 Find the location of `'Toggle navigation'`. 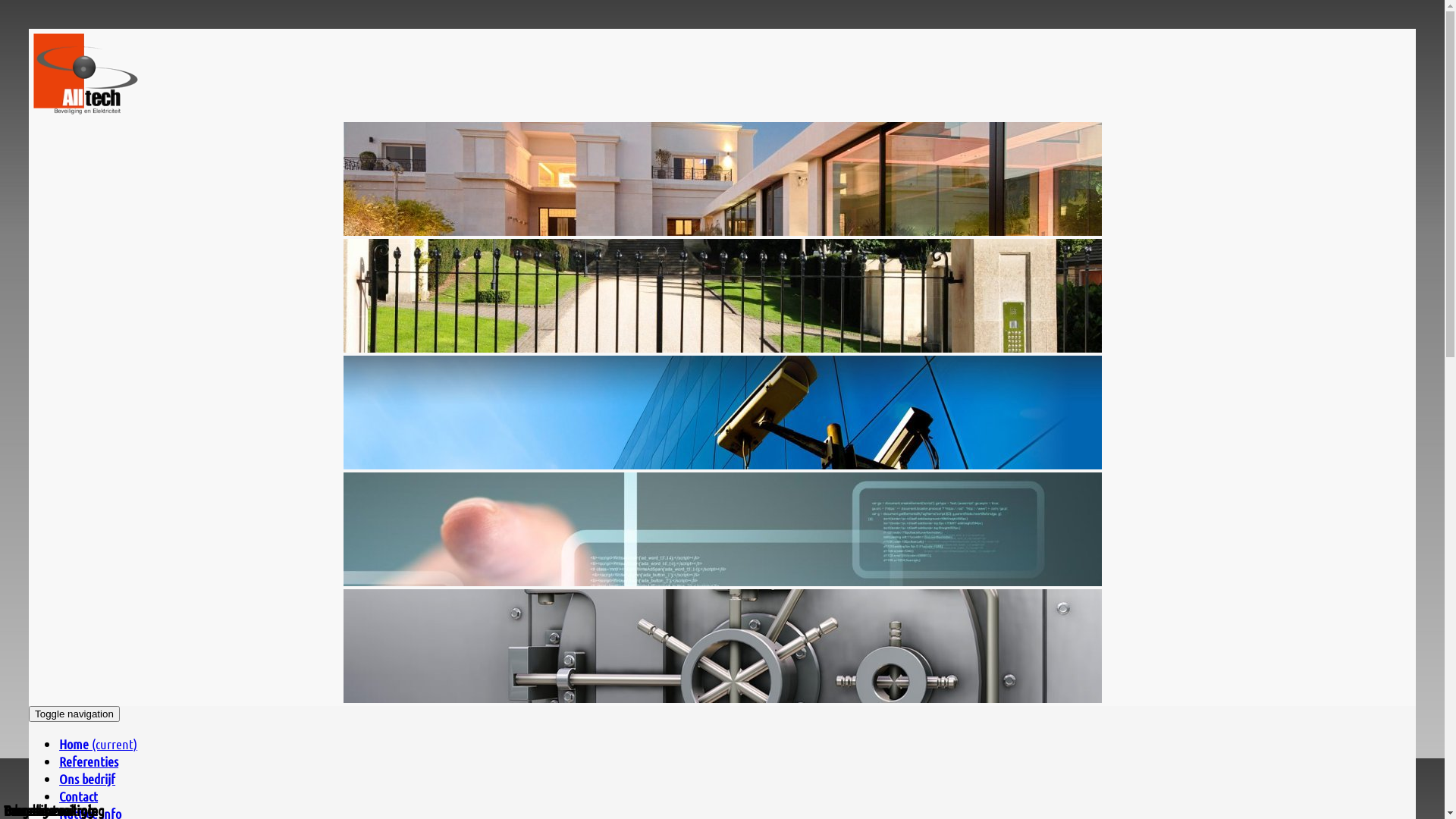

'Toggle navigation' is located at coordinates (73, 714).